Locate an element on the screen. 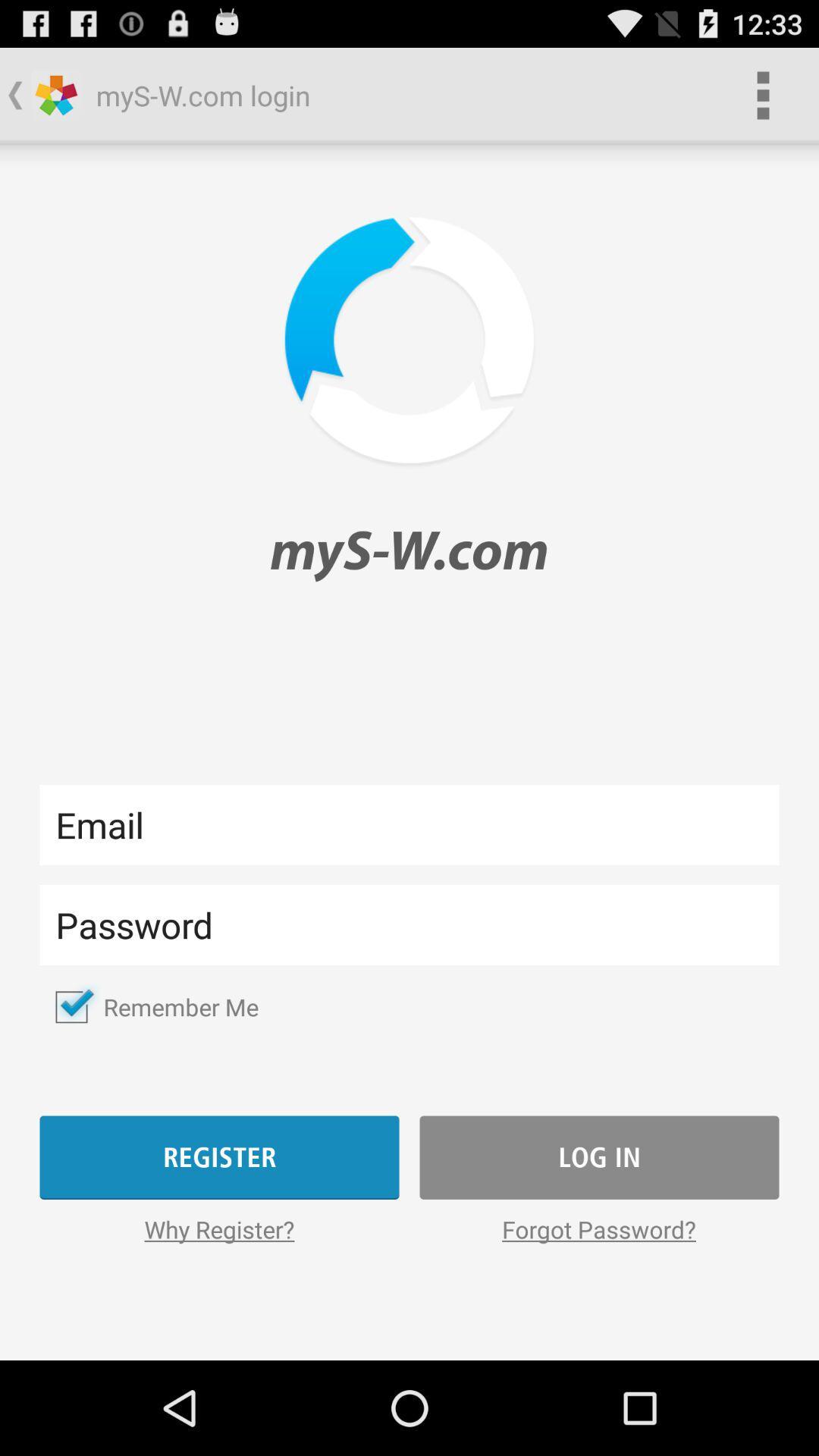 The height and width of the screenshot is (1456, 819). email textbox is located at coordinates (409, 824).